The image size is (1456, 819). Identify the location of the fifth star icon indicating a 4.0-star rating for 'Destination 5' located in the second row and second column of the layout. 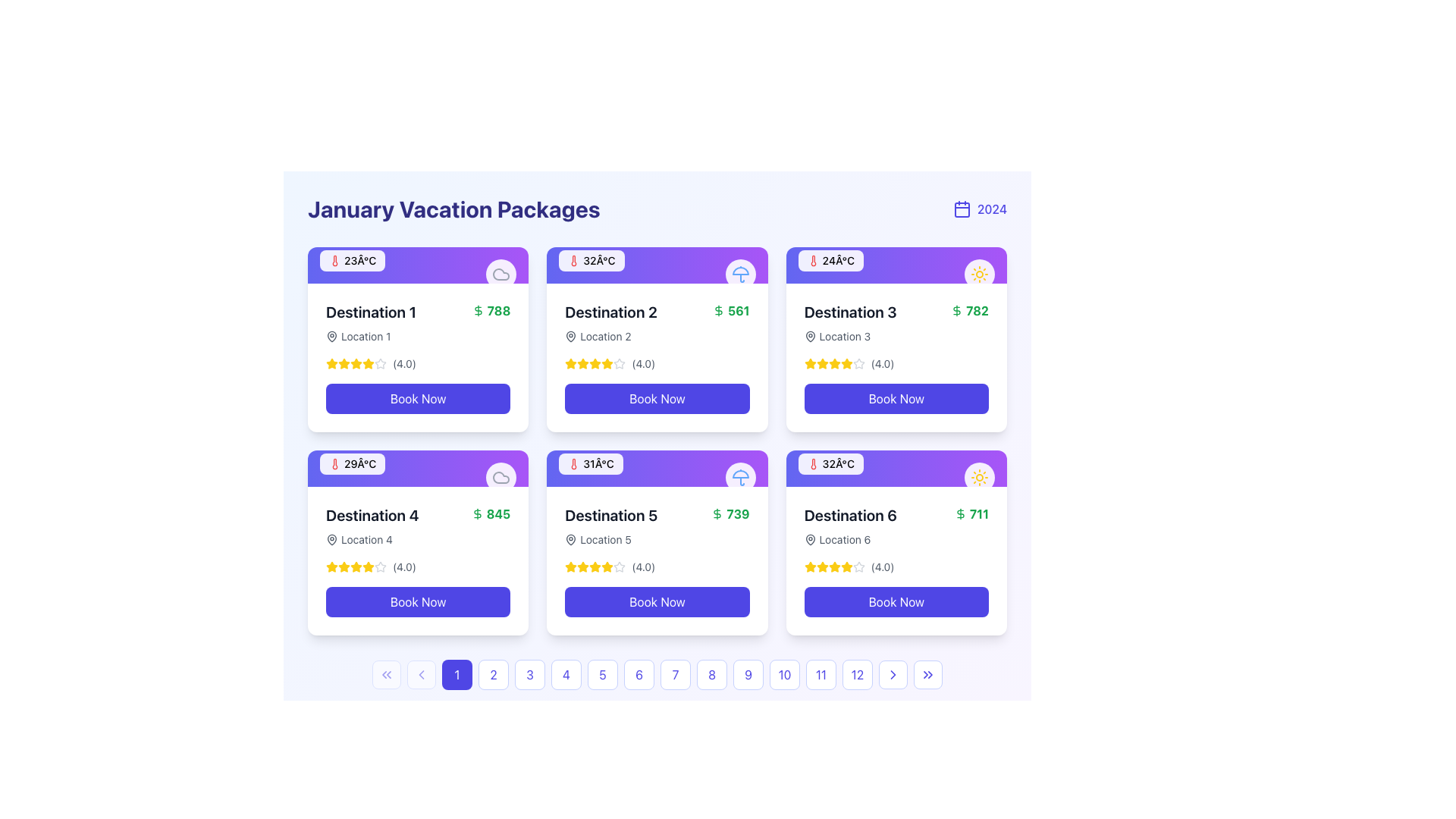
(620, 567).